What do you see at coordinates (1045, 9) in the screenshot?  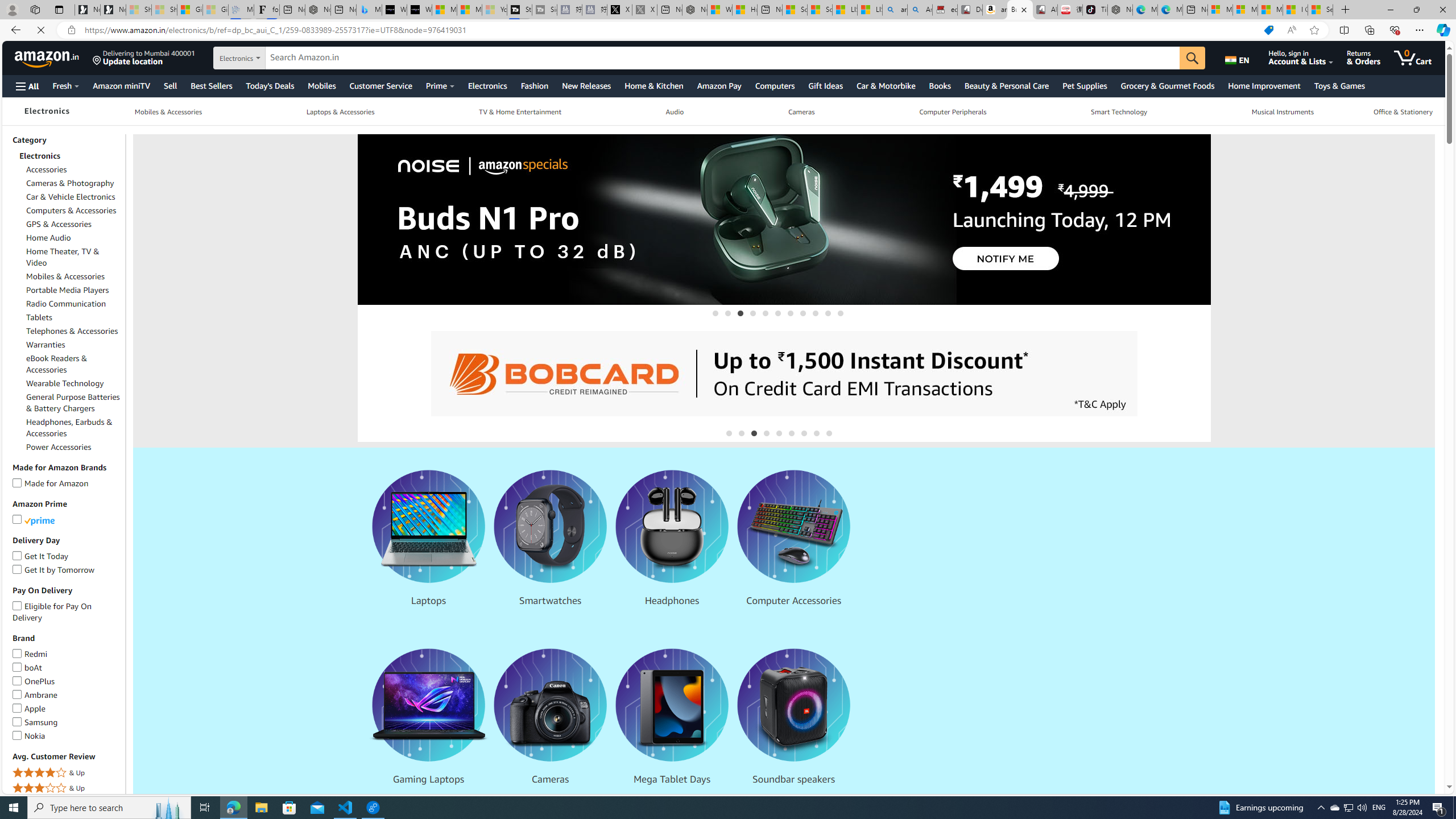 I see `'All Cubot phones'` at bounding box center [1045, 9].